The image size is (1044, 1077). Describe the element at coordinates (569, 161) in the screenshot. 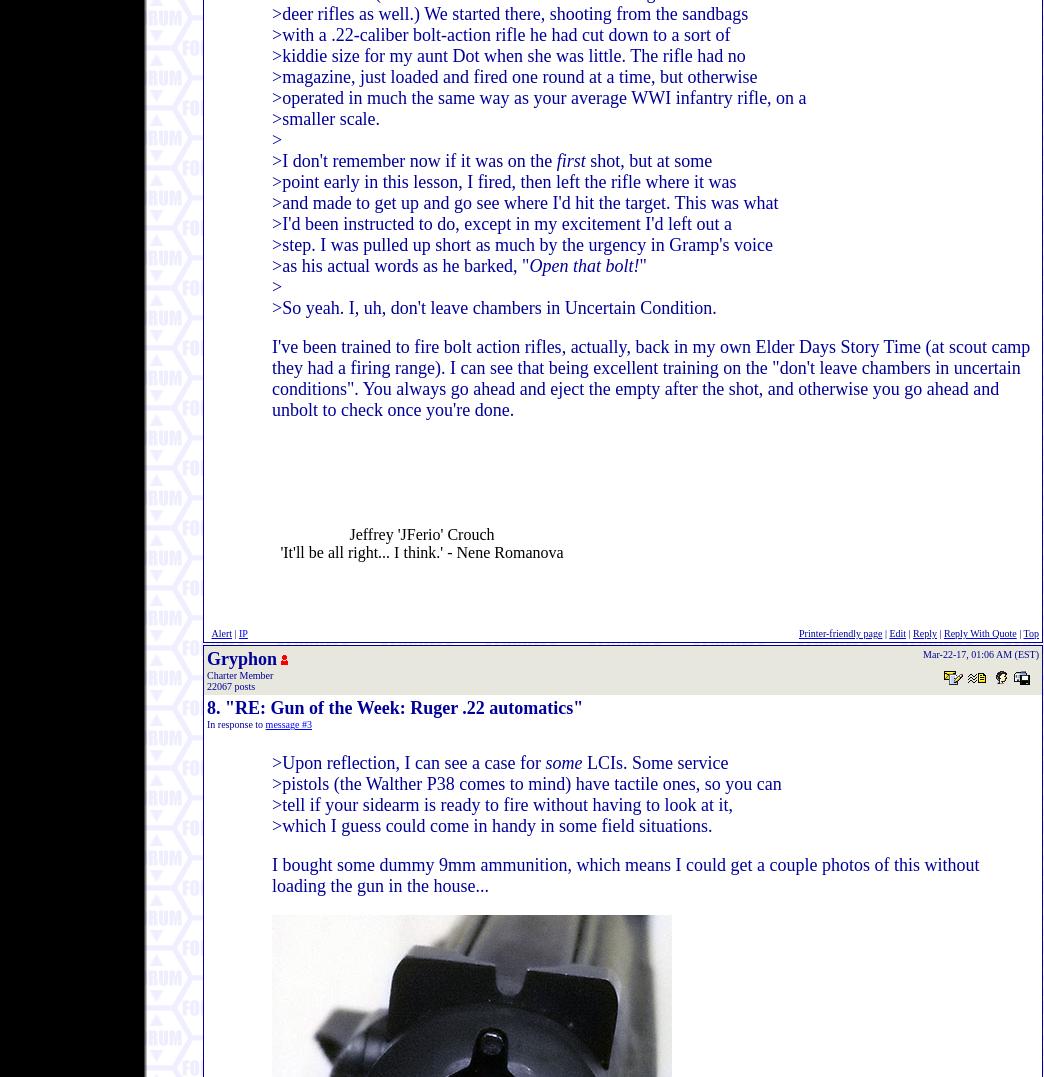

I see `'first'` at that location.